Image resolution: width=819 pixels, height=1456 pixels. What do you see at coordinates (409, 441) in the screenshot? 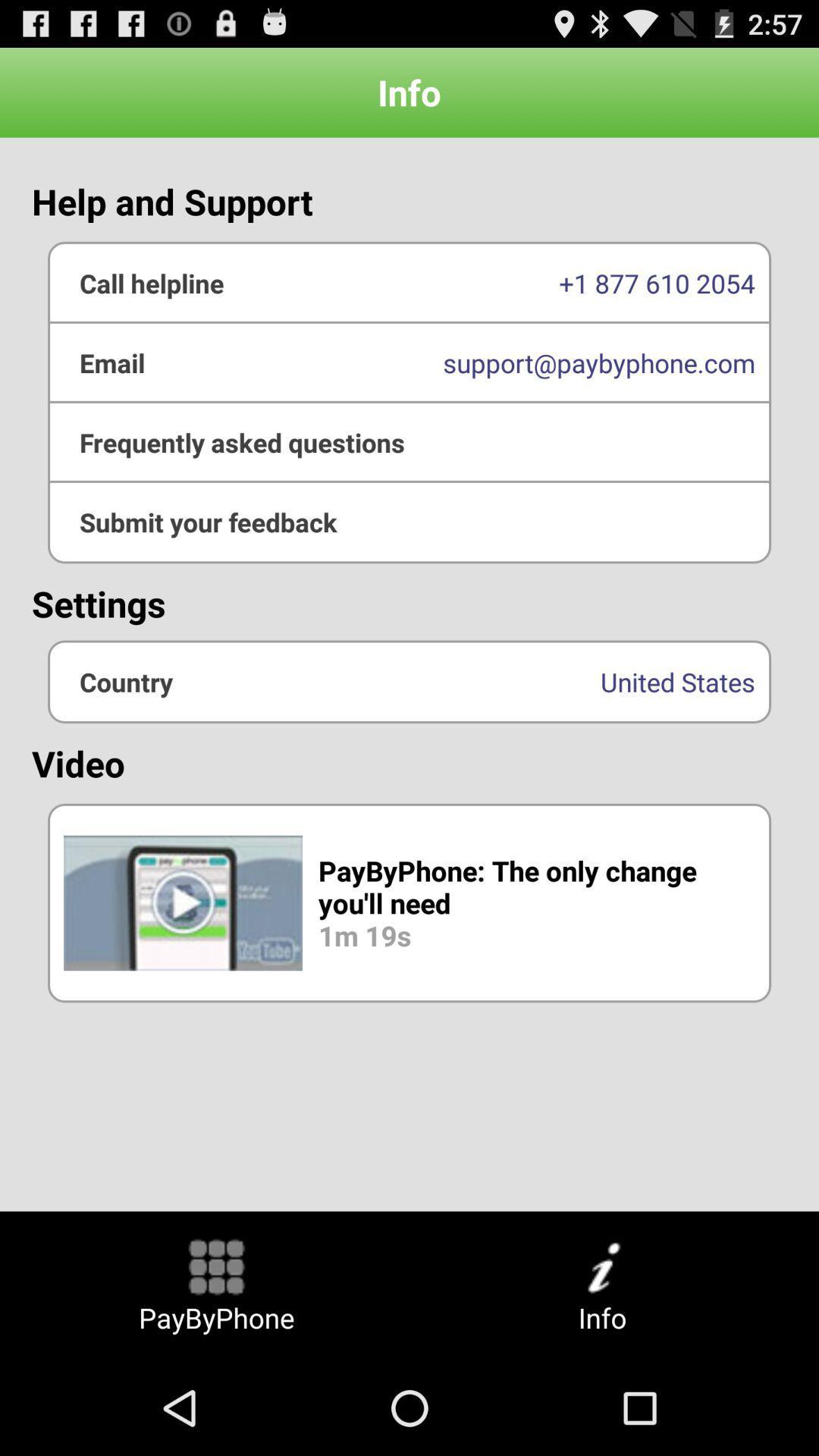
I see `open faq` at bounding box center [409, 441].